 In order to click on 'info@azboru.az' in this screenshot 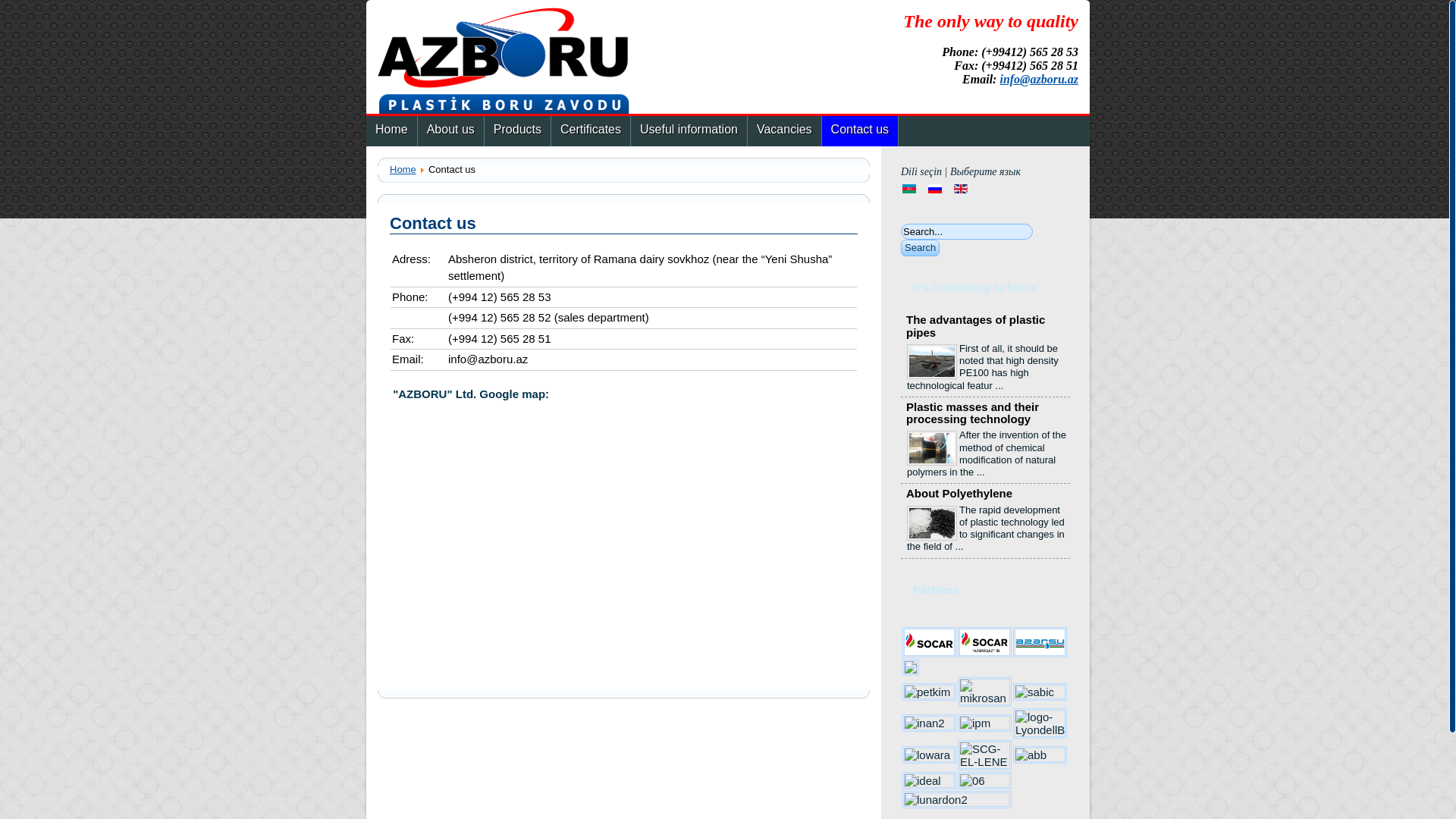, I will do `click(1037, 79)`.